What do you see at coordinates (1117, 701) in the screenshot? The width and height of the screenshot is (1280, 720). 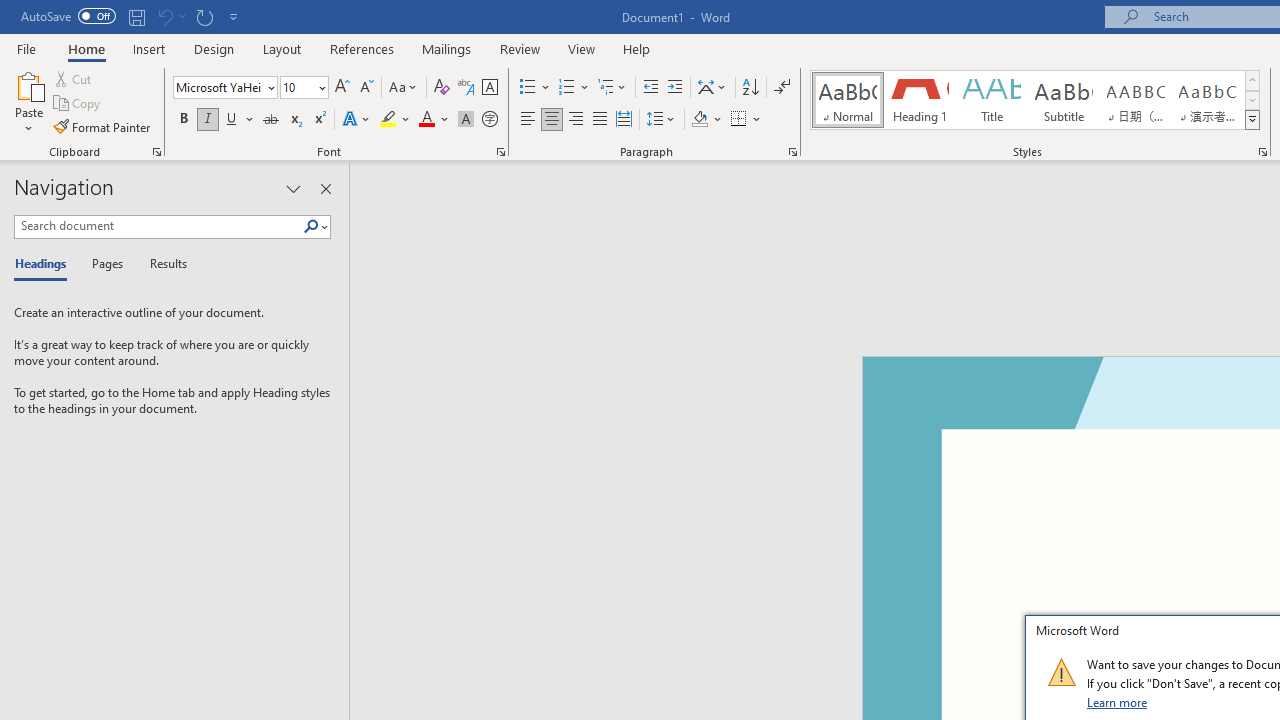 I see `'Learn more'` at bounding box center [1117, 701].